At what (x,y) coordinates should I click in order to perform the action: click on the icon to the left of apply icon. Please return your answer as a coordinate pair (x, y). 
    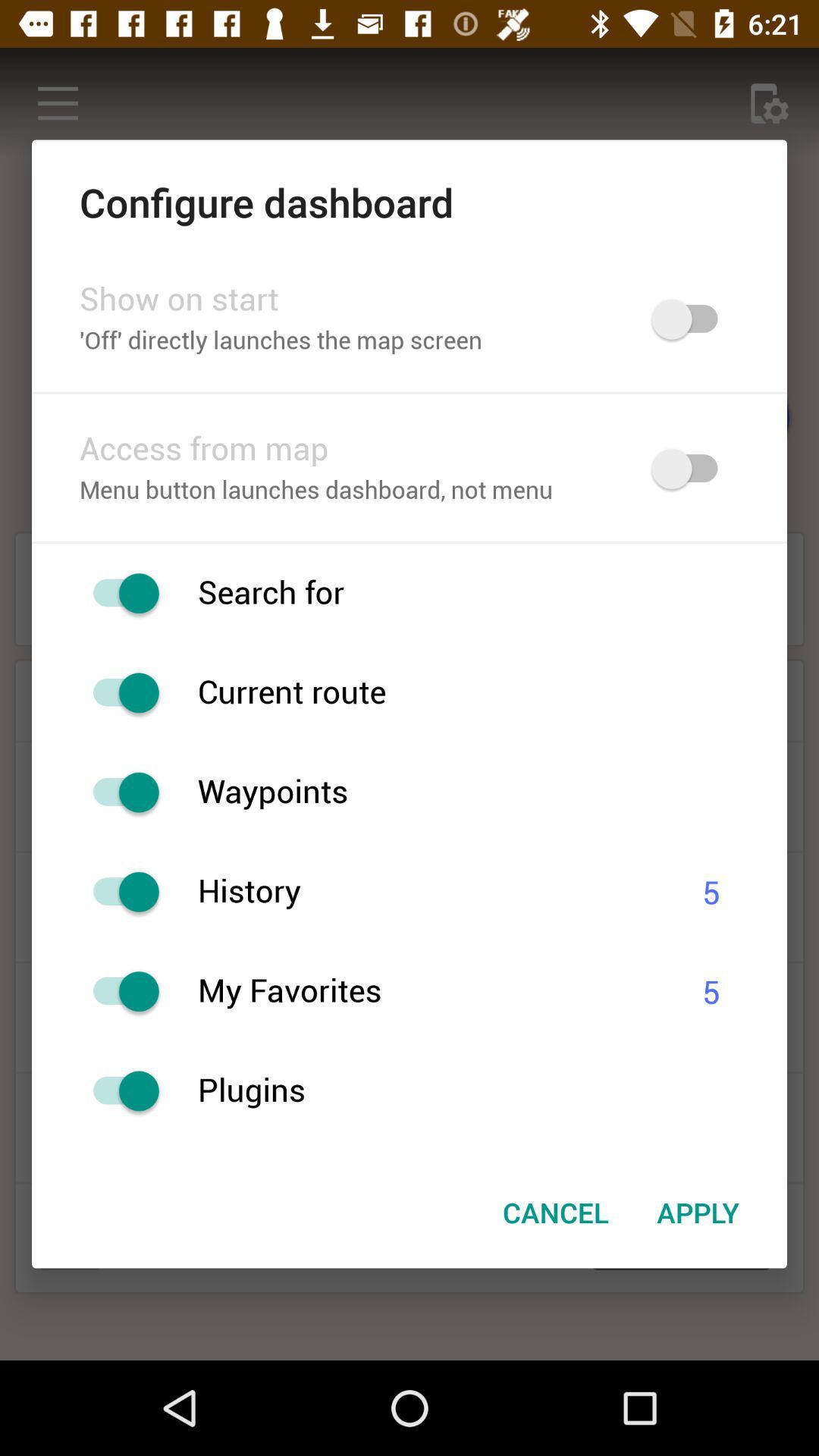
    Looking at the image, I should click on (556, 1211).